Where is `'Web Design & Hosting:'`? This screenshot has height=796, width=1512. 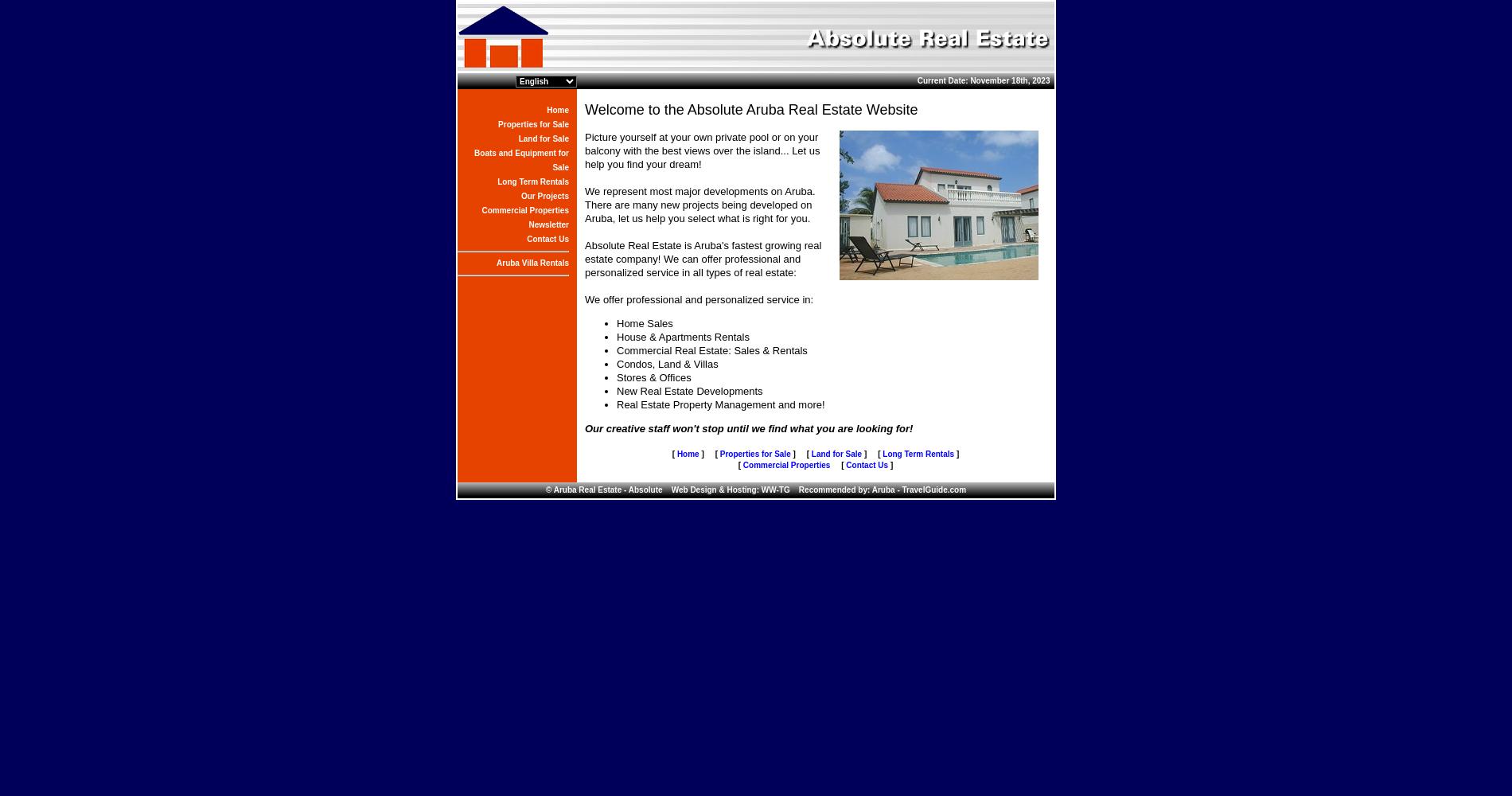 'Web Design & Hosting:' is located at coordinates (710, 489).